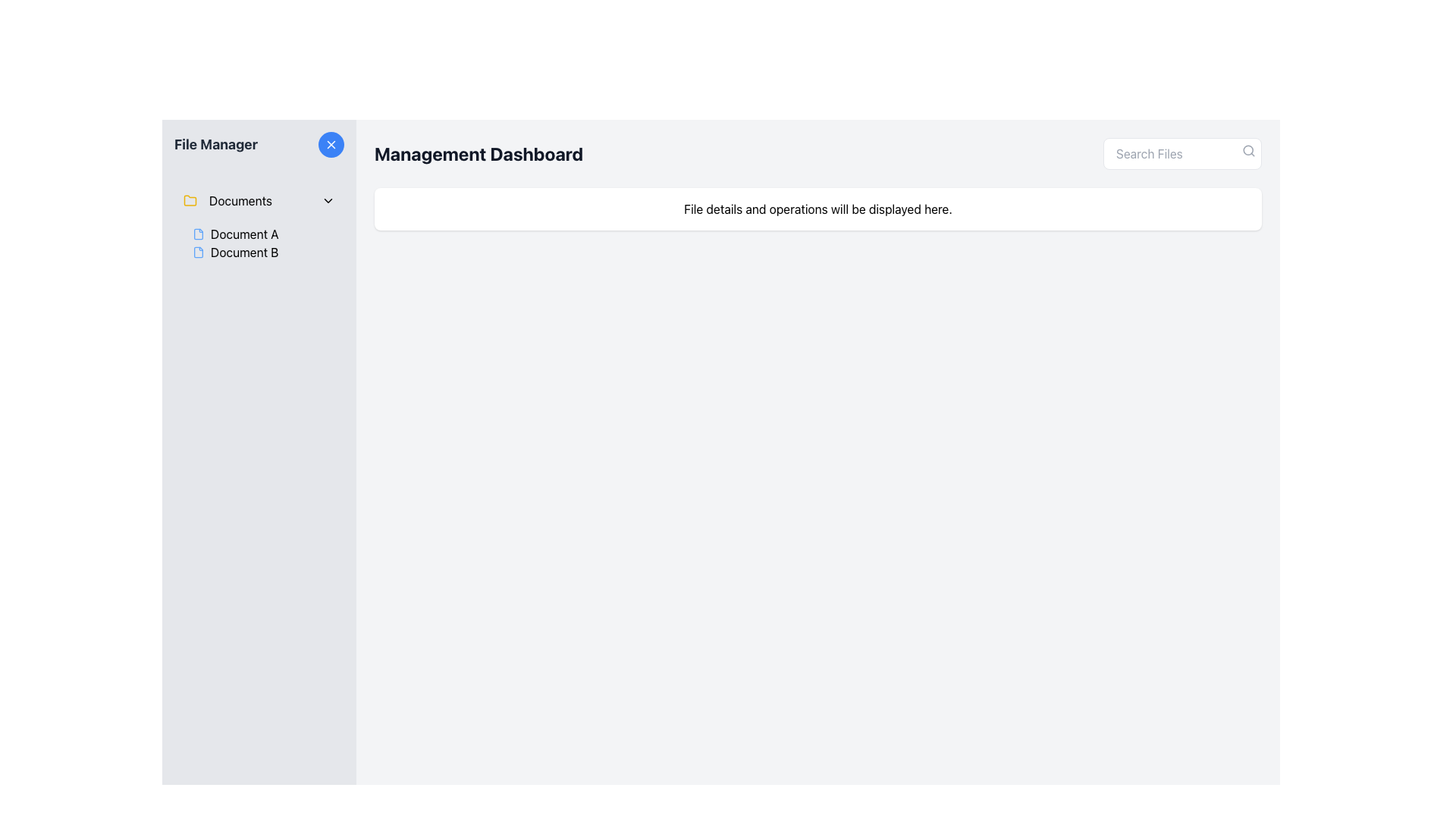  I want to click on the yellow folder icon located in the left sidebar under the 'File Manager' title, positioned to the left of 'Documents', so click(189, 199).